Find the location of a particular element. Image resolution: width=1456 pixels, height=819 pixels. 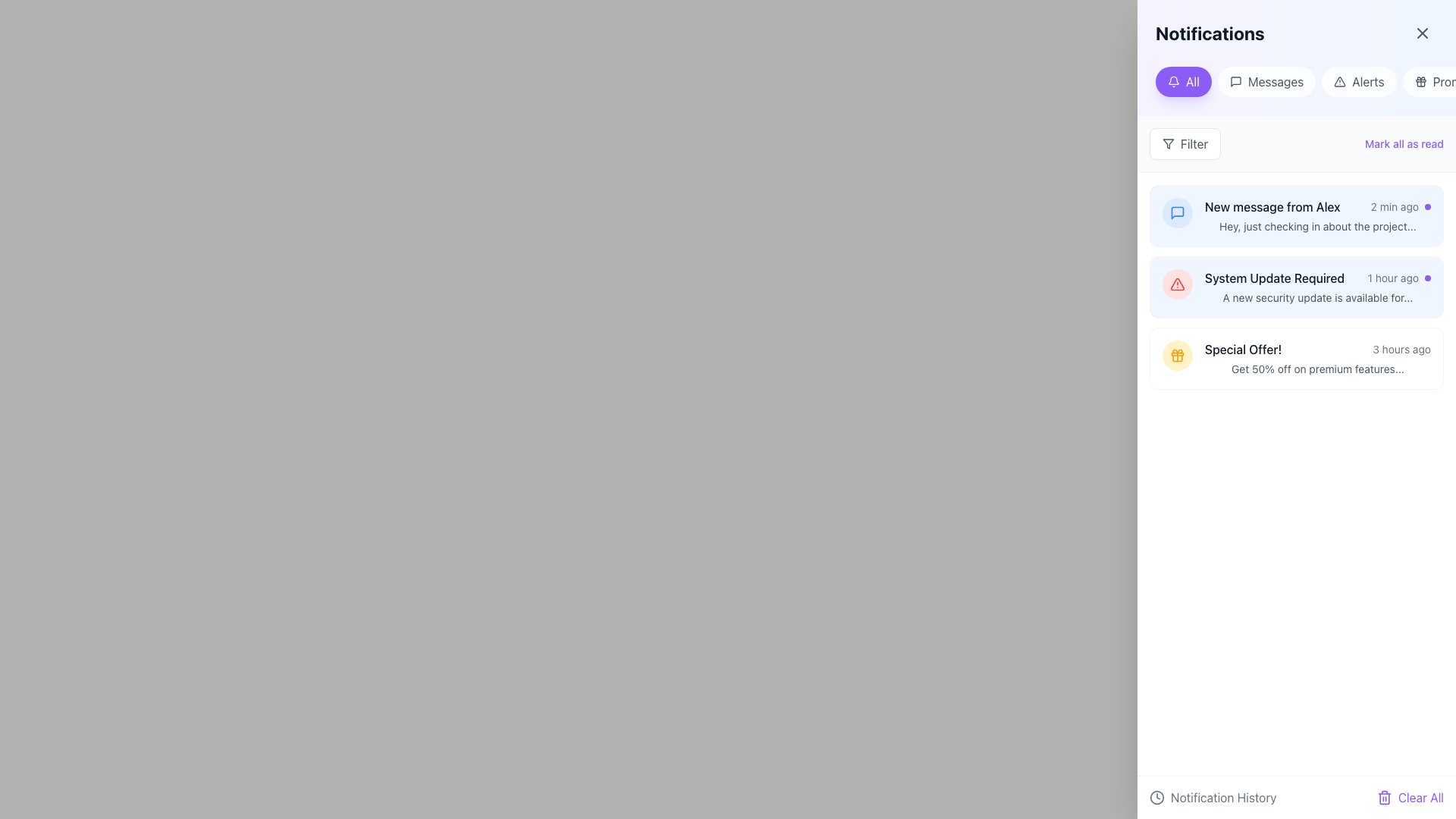

the 'All' button is located at coordinates (1182, 82).